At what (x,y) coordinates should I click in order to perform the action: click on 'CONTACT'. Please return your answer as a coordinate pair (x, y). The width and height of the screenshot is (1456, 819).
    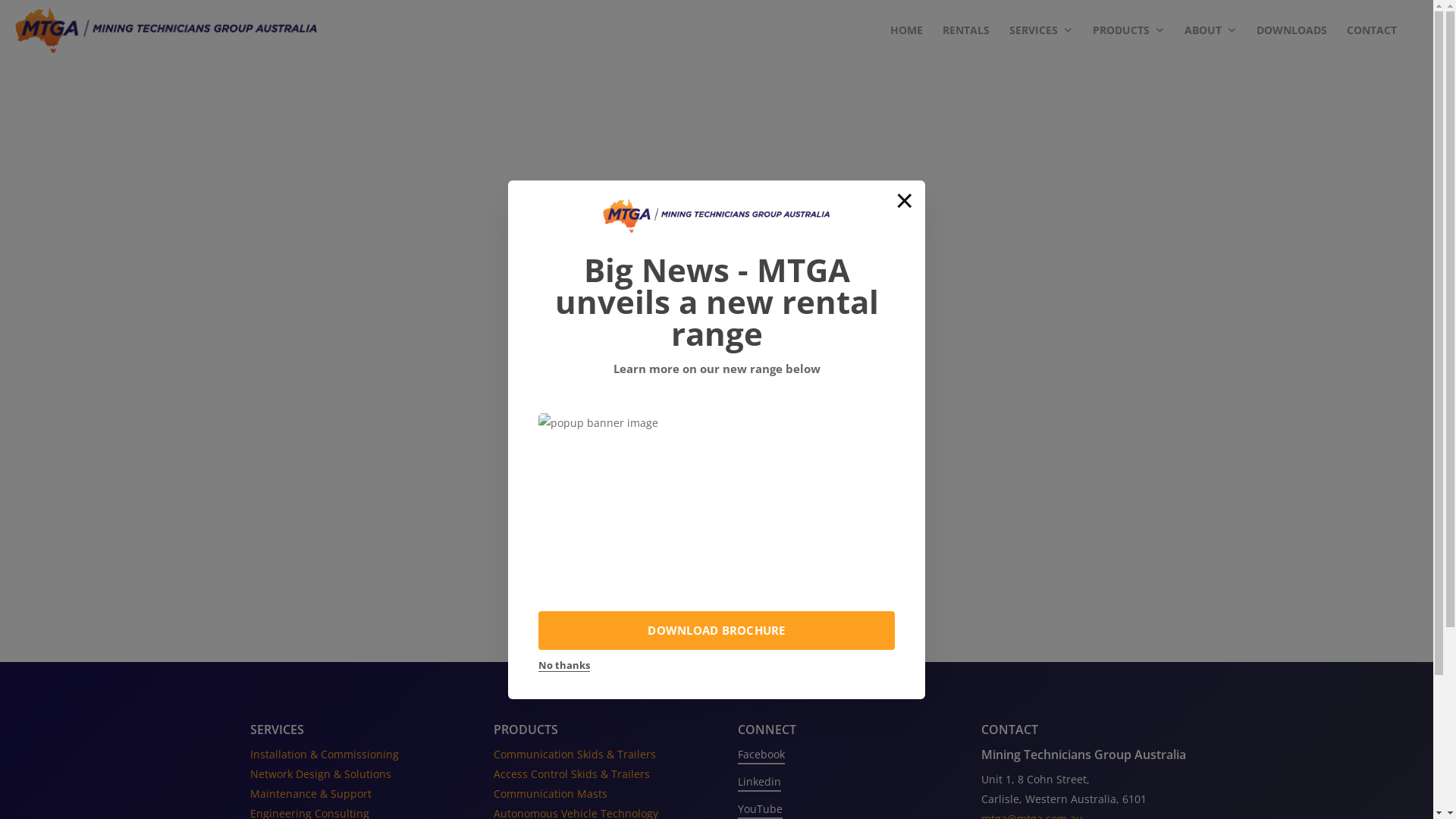
    Looking at the image, I should click on (1372, 30).